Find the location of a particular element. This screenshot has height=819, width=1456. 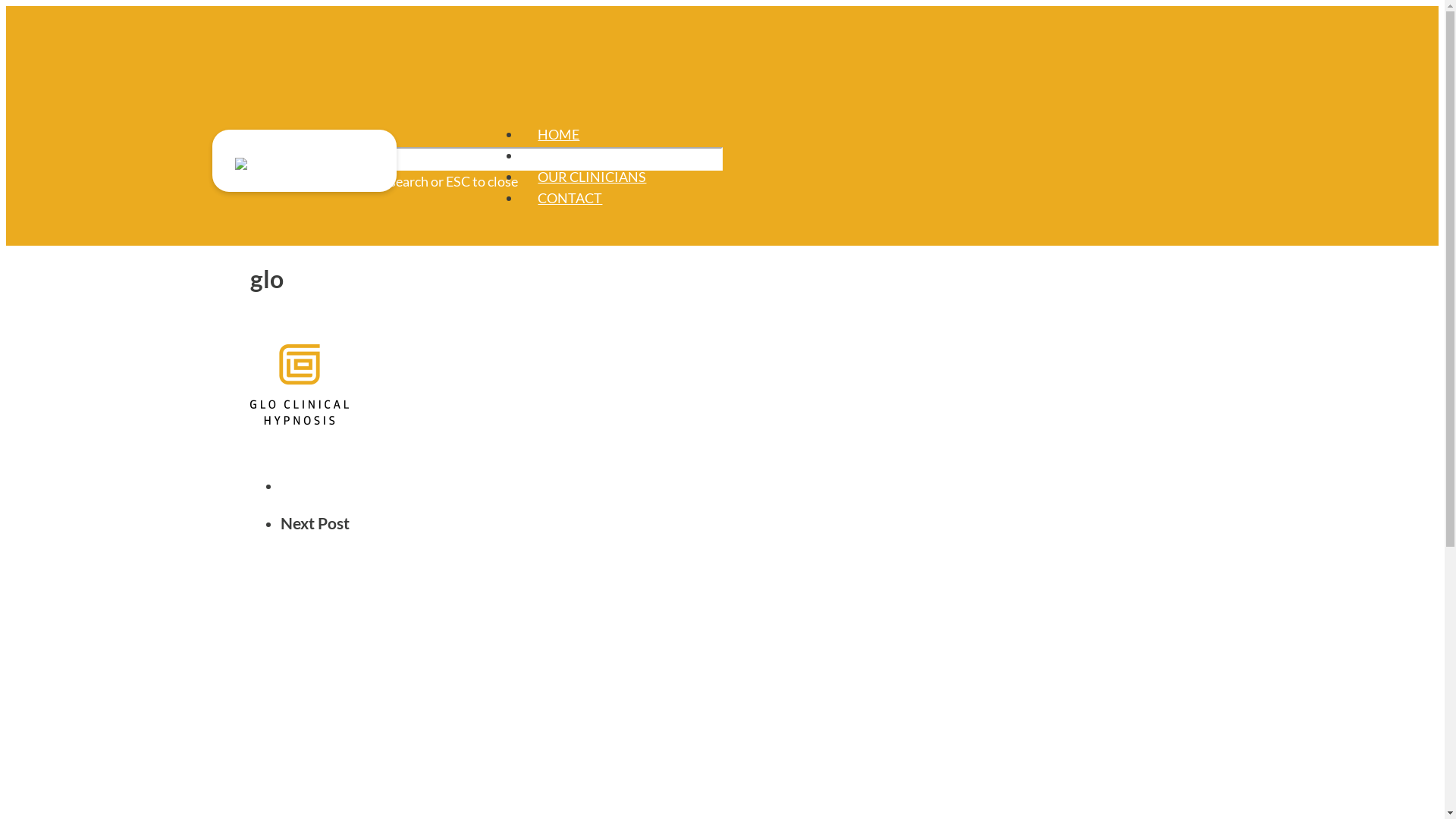

'ABOUT' is located at coordinates (560, 155).